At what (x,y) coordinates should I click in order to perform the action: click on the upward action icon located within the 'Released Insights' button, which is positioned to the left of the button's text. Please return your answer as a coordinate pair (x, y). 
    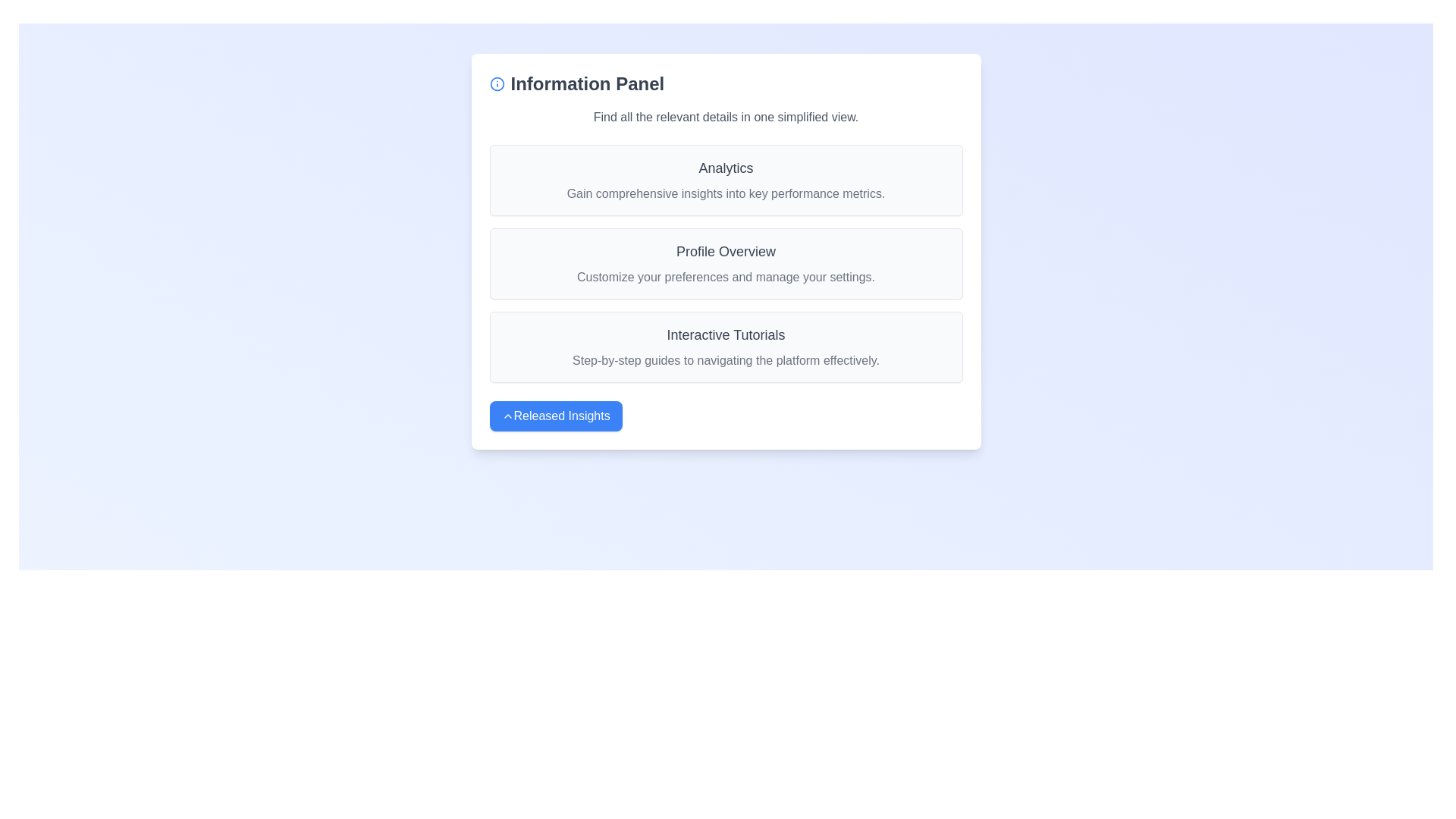
    Looking at the image, I should click on (507, 416).